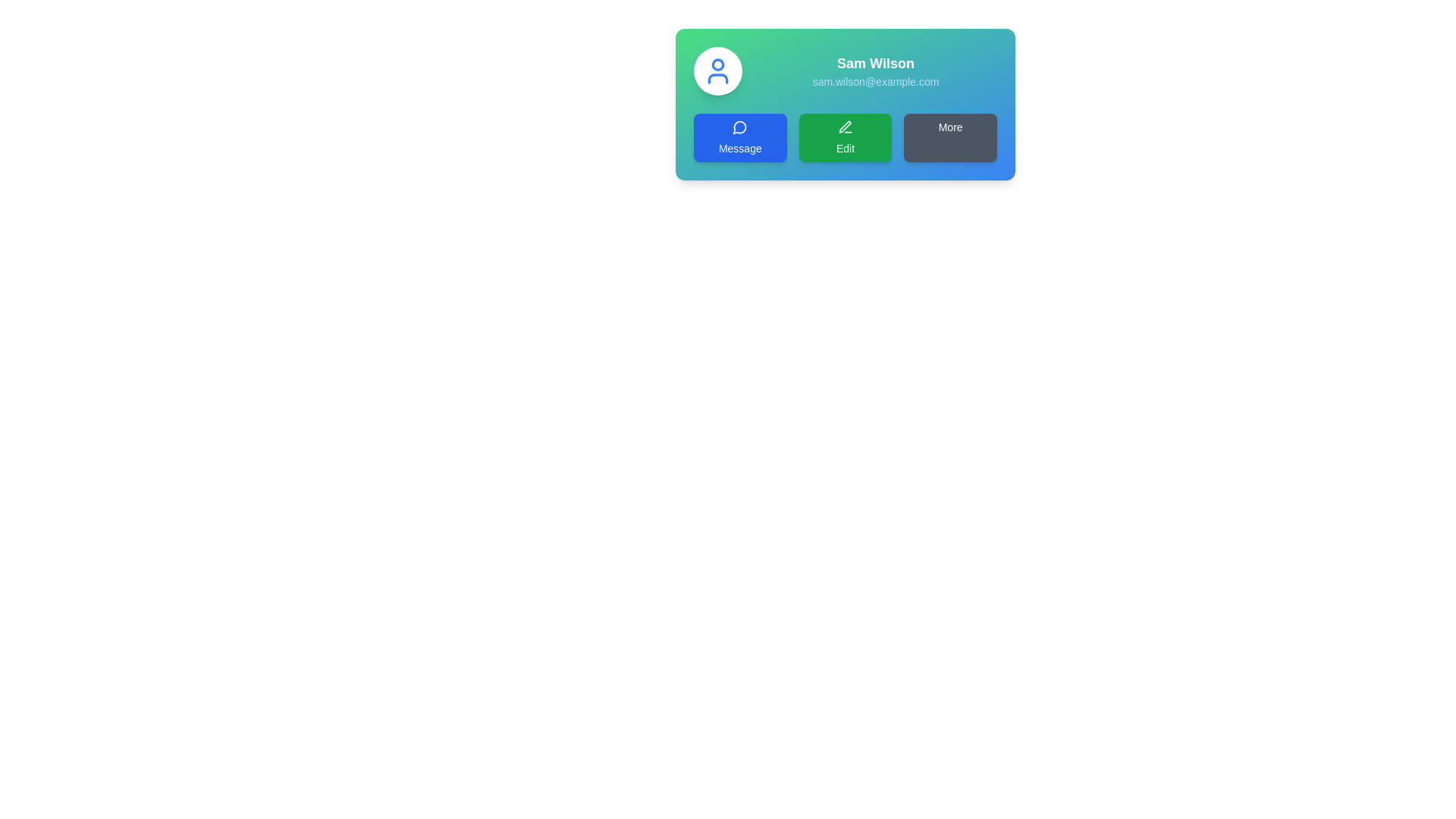 The width and height of the screenshot is (1456, 819). Describe the element at coordinates (876, 82) in the screenshot. I see `the text label displaying the email address 'sam.wilson@example.com', which is located directly below the name 'Sam Wilson' within the contact card` at that location.